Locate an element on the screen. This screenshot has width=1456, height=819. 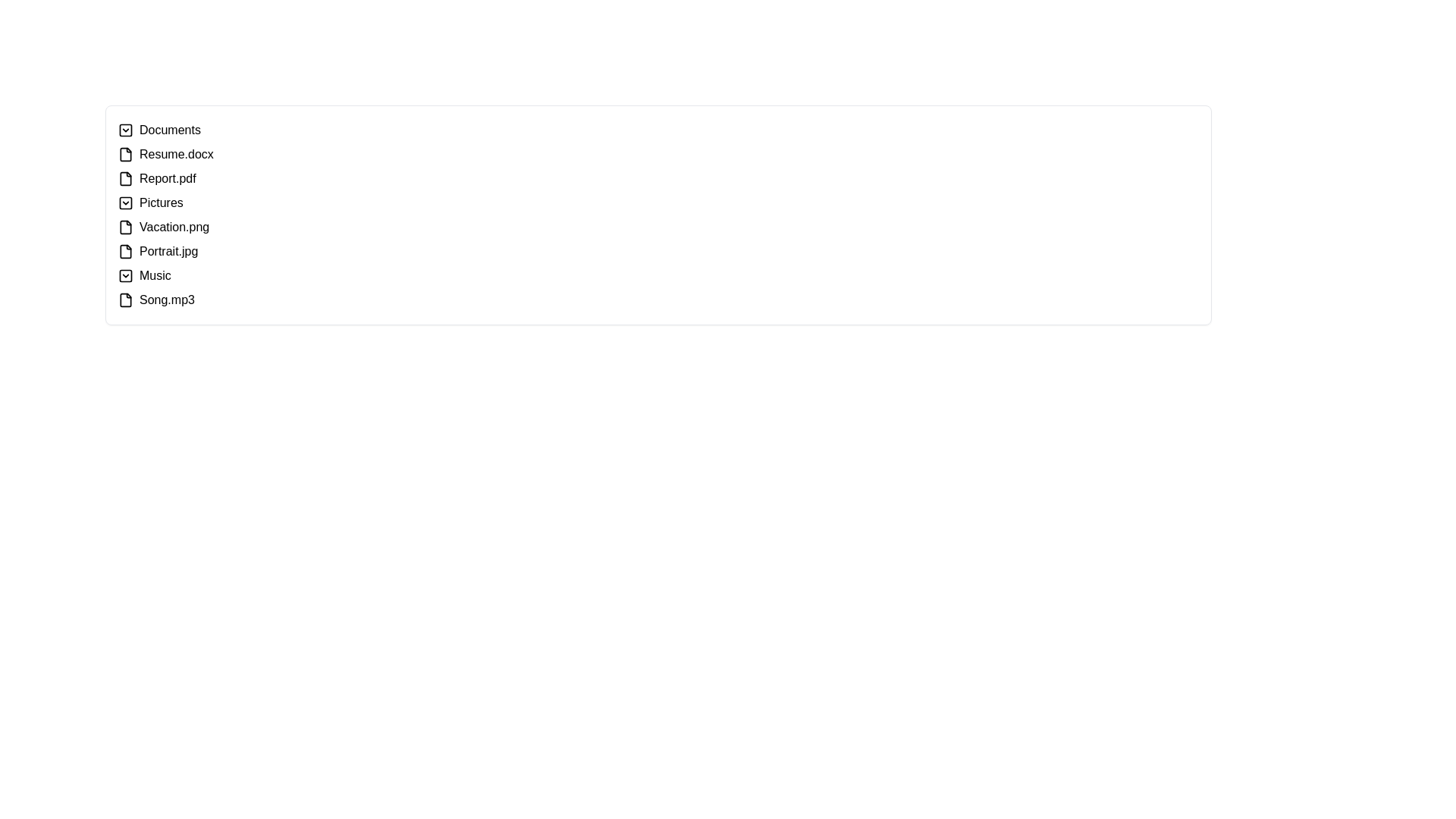
the file icon representing 'Report.pdf', which is a small rectangular icon with a fold-over corner located at the start of the file list is located at coordinates (126, 177).